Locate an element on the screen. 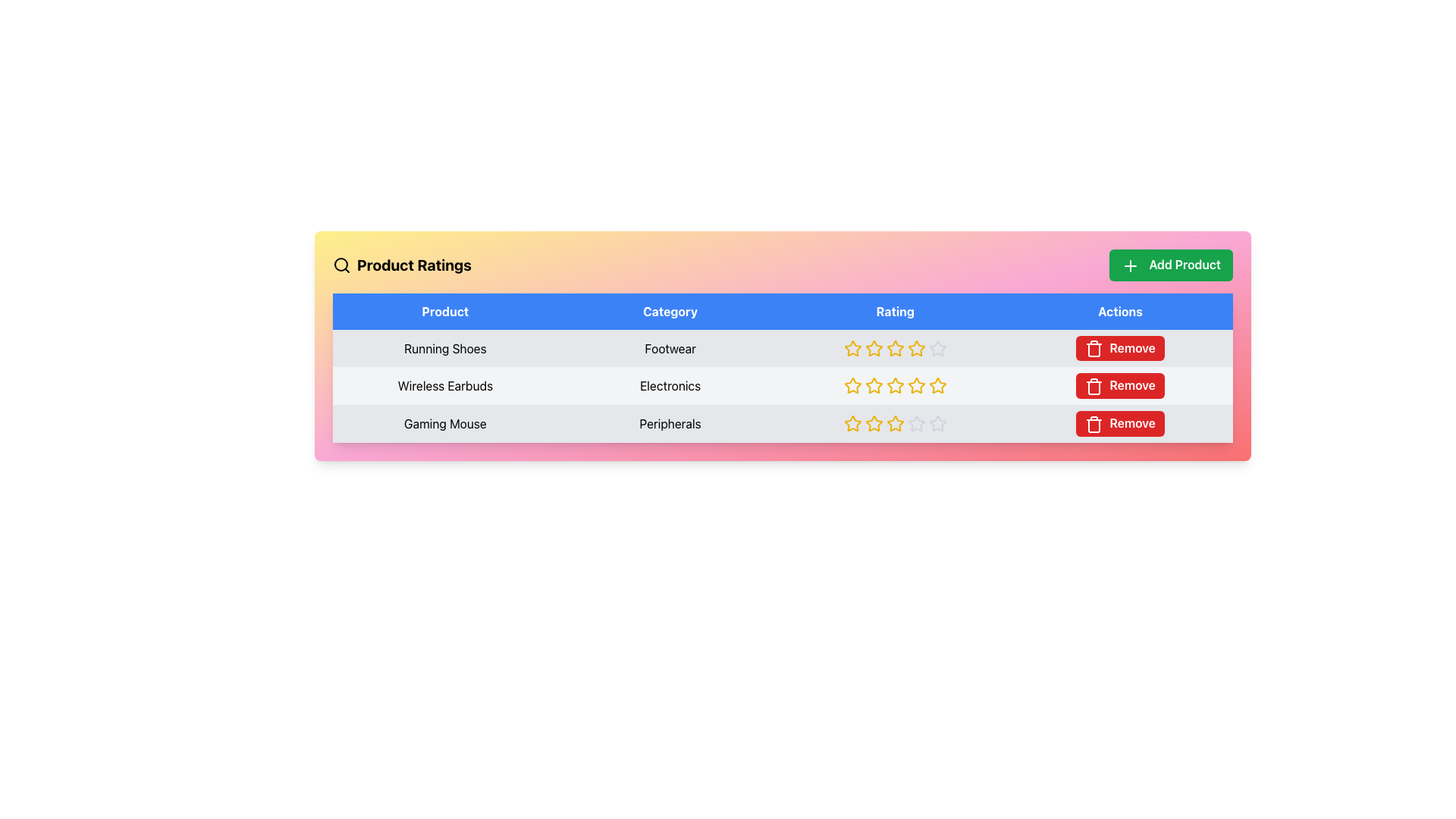 Image resolution: width=1456 pixels, height=819 pixels. the second yellow star icon in the 'Gaming Mouse' rating row is located at coordinates (852, 423).